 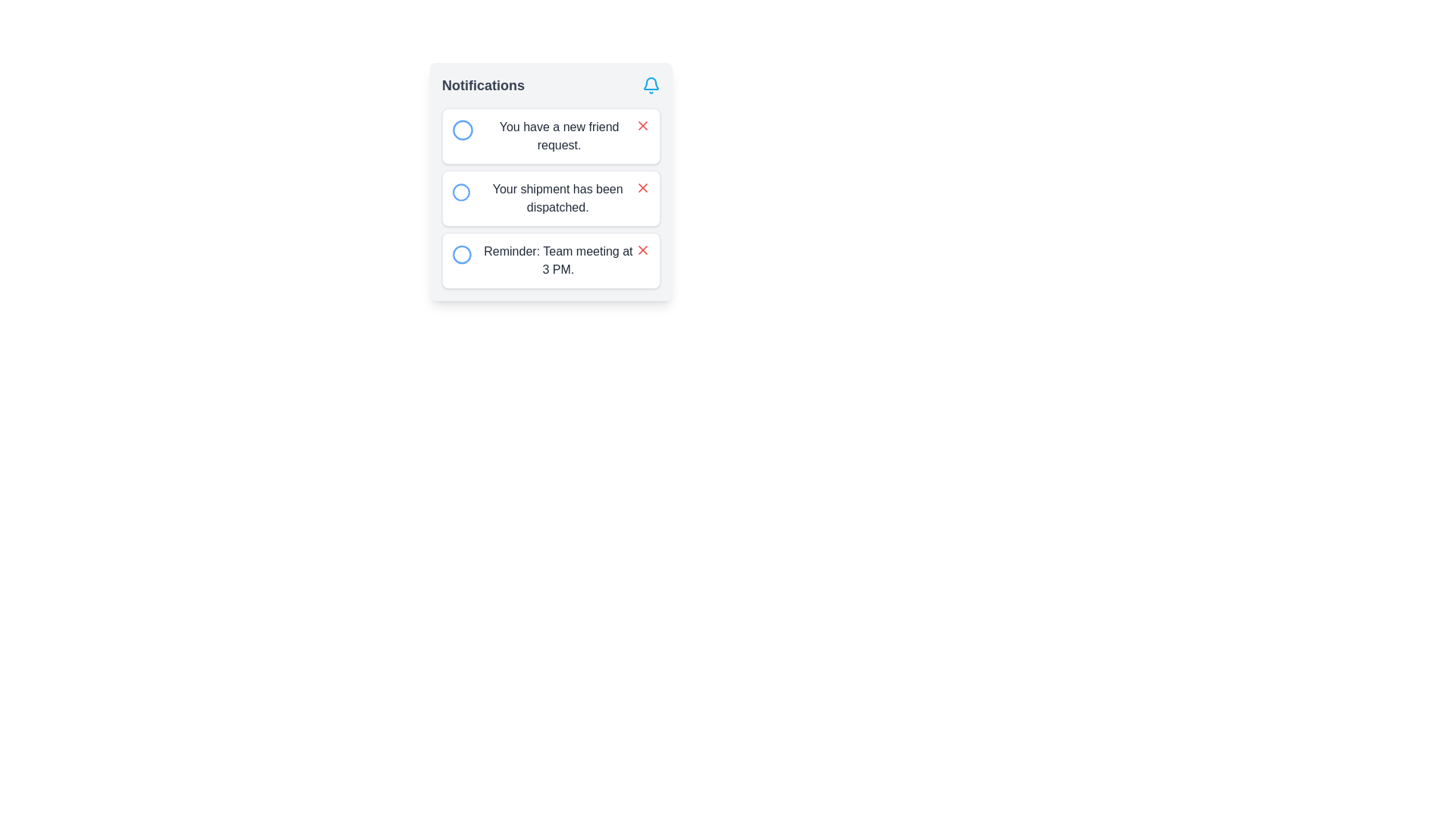 I want to click on the delete button associated with the notification message 'Reminder: Team meeting at 3 PM', located on the far right end of the notification row, so click(x=643, y=249).